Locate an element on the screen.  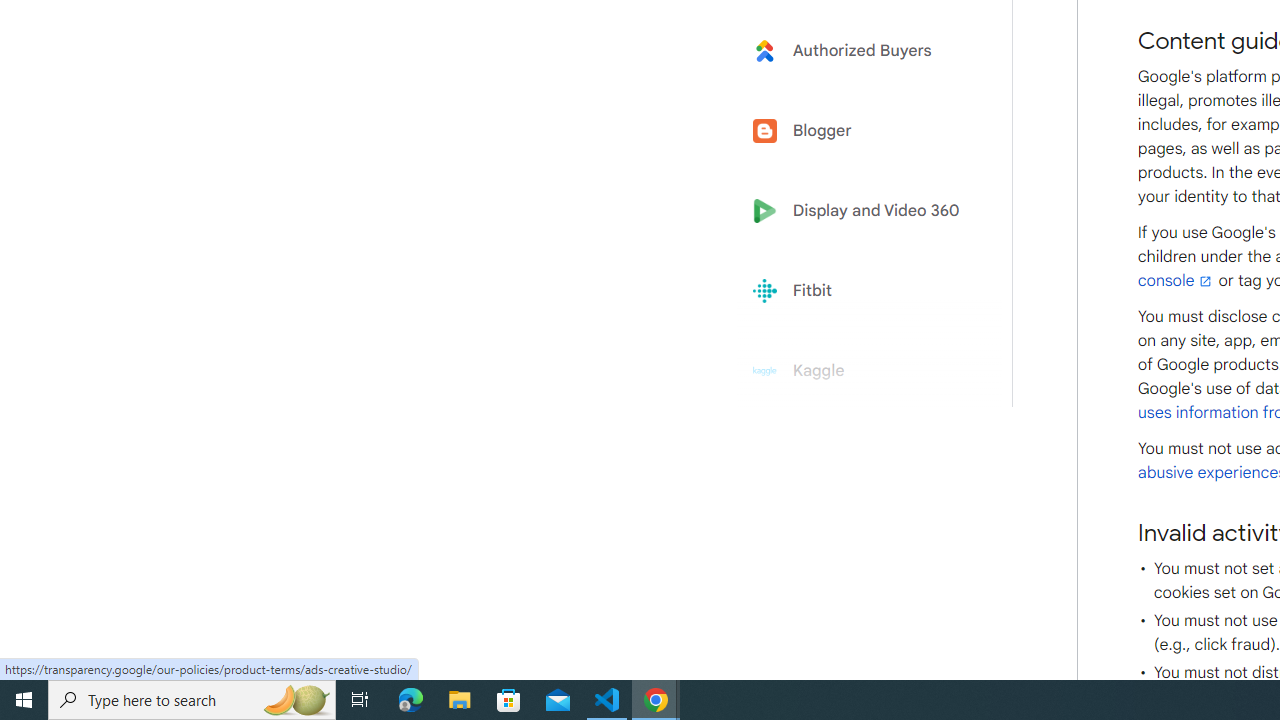
'Kaggle' is located at coordinates (862, 371).